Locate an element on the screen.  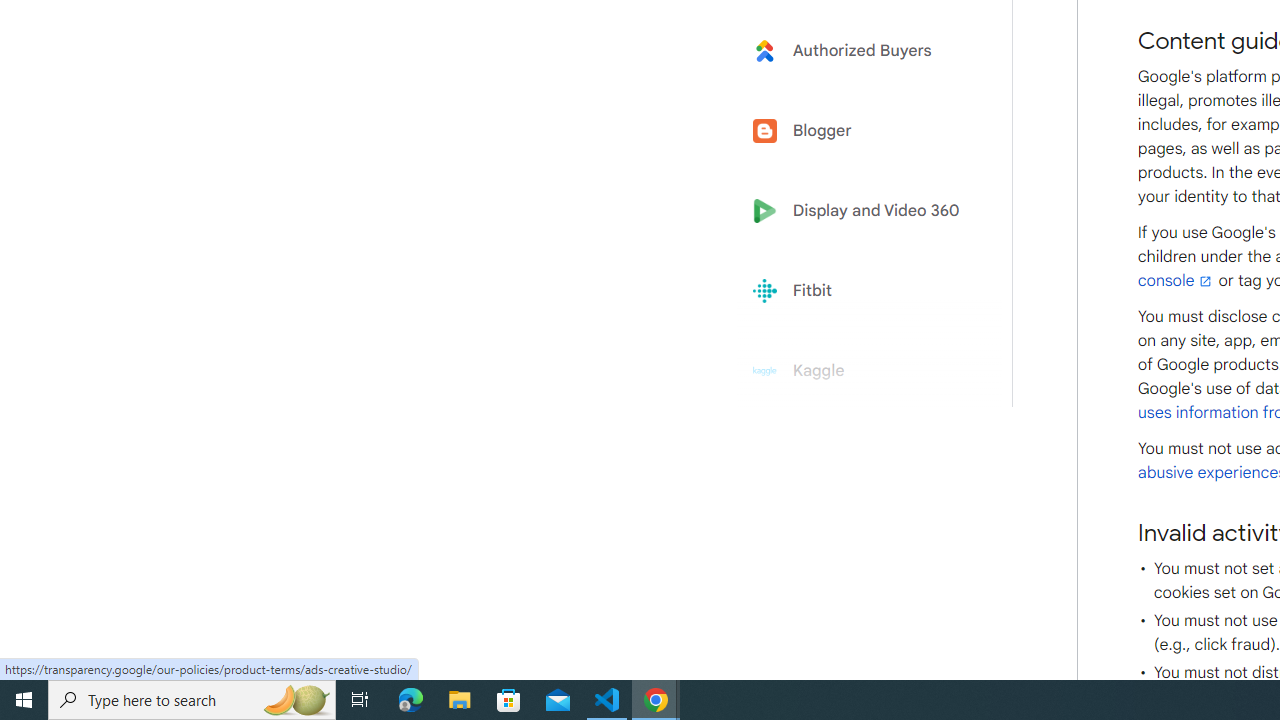
'Kaggle' is located at coordinates (862, 371).